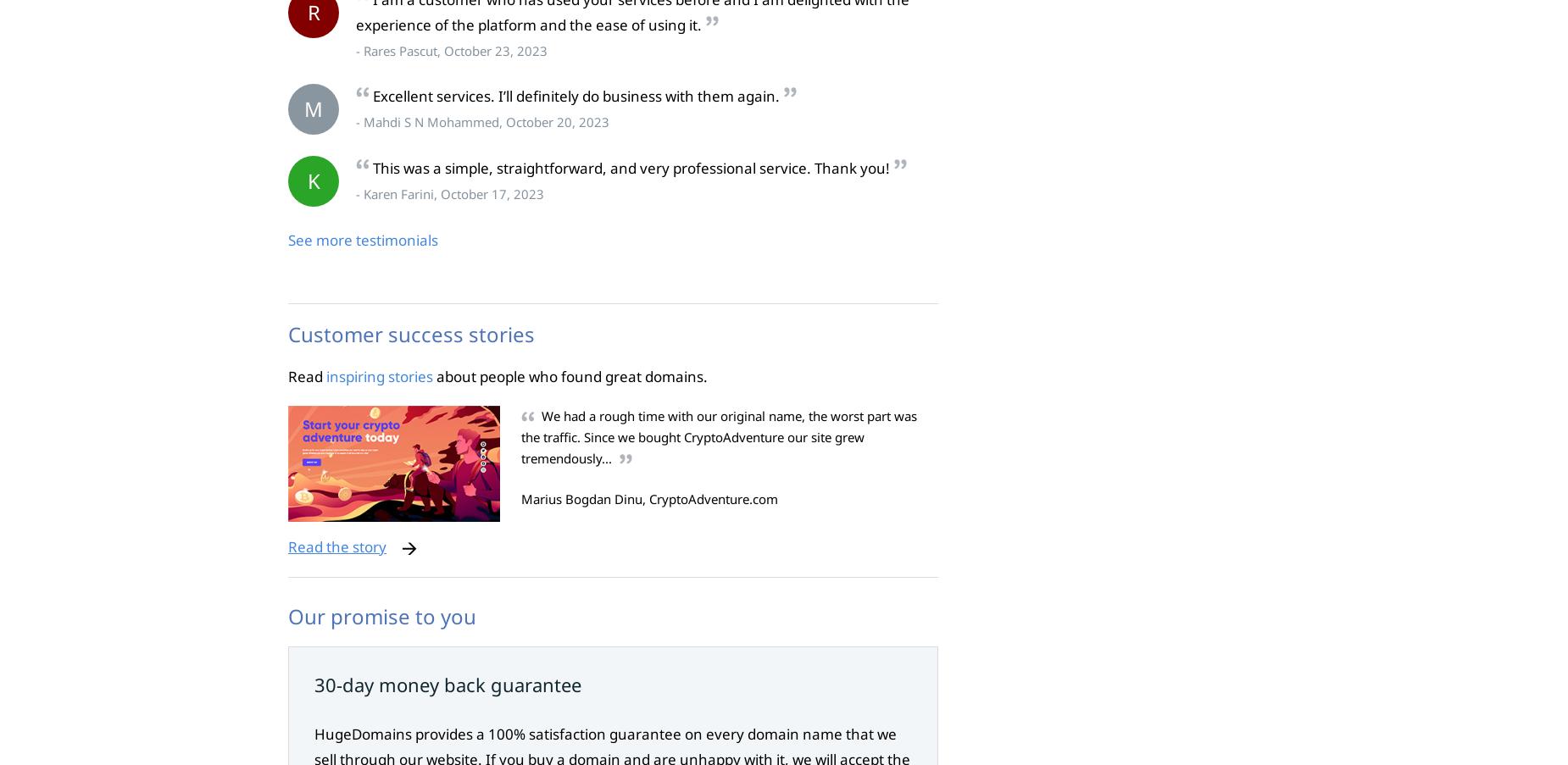  What do you see at coordinates (411, 332) in the screenshot?
I see `'Customer success stories'` at bounding box center [411, 332].